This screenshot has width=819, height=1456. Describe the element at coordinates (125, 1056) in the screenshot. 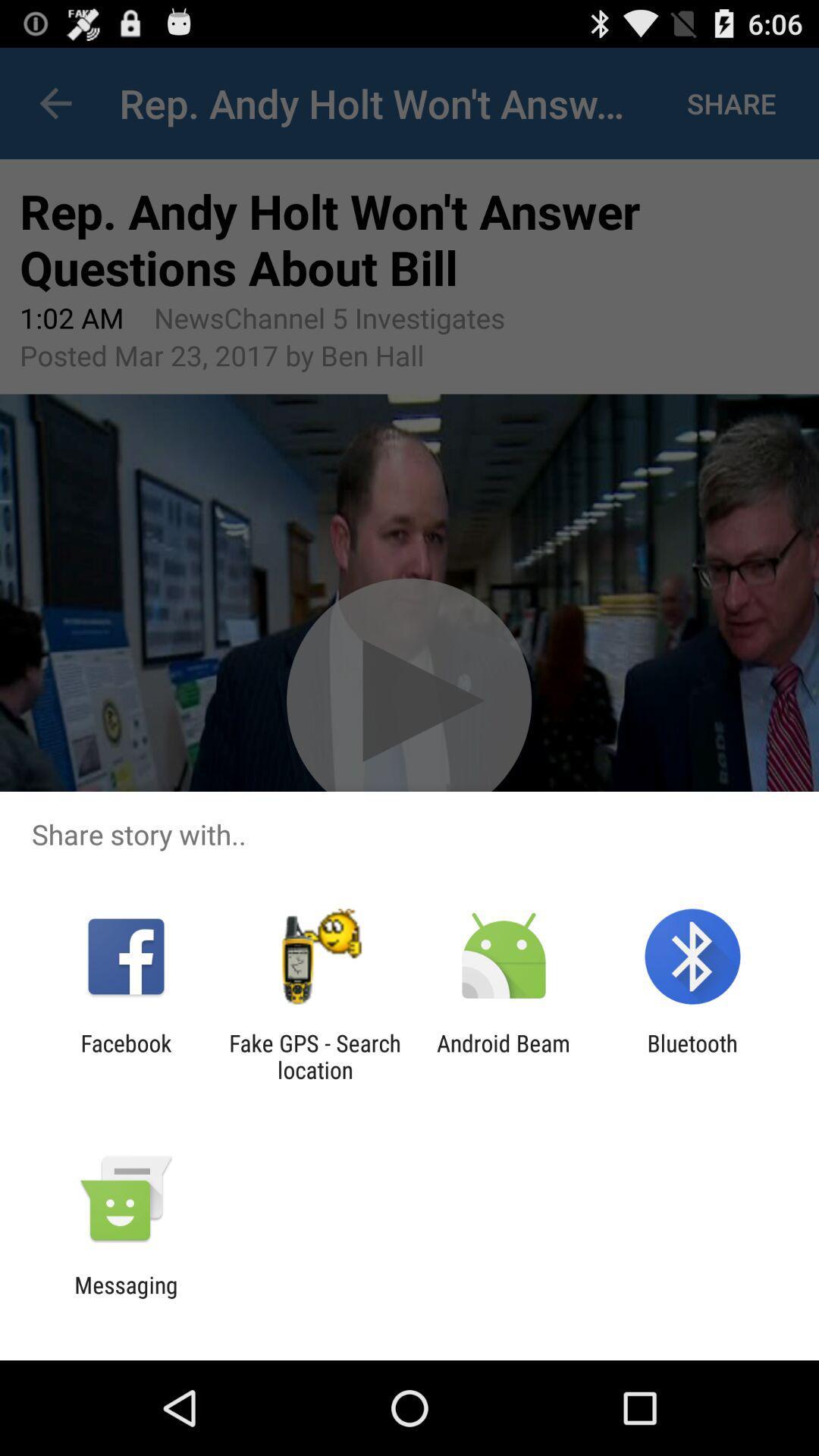

I see `the facebook` at that location.